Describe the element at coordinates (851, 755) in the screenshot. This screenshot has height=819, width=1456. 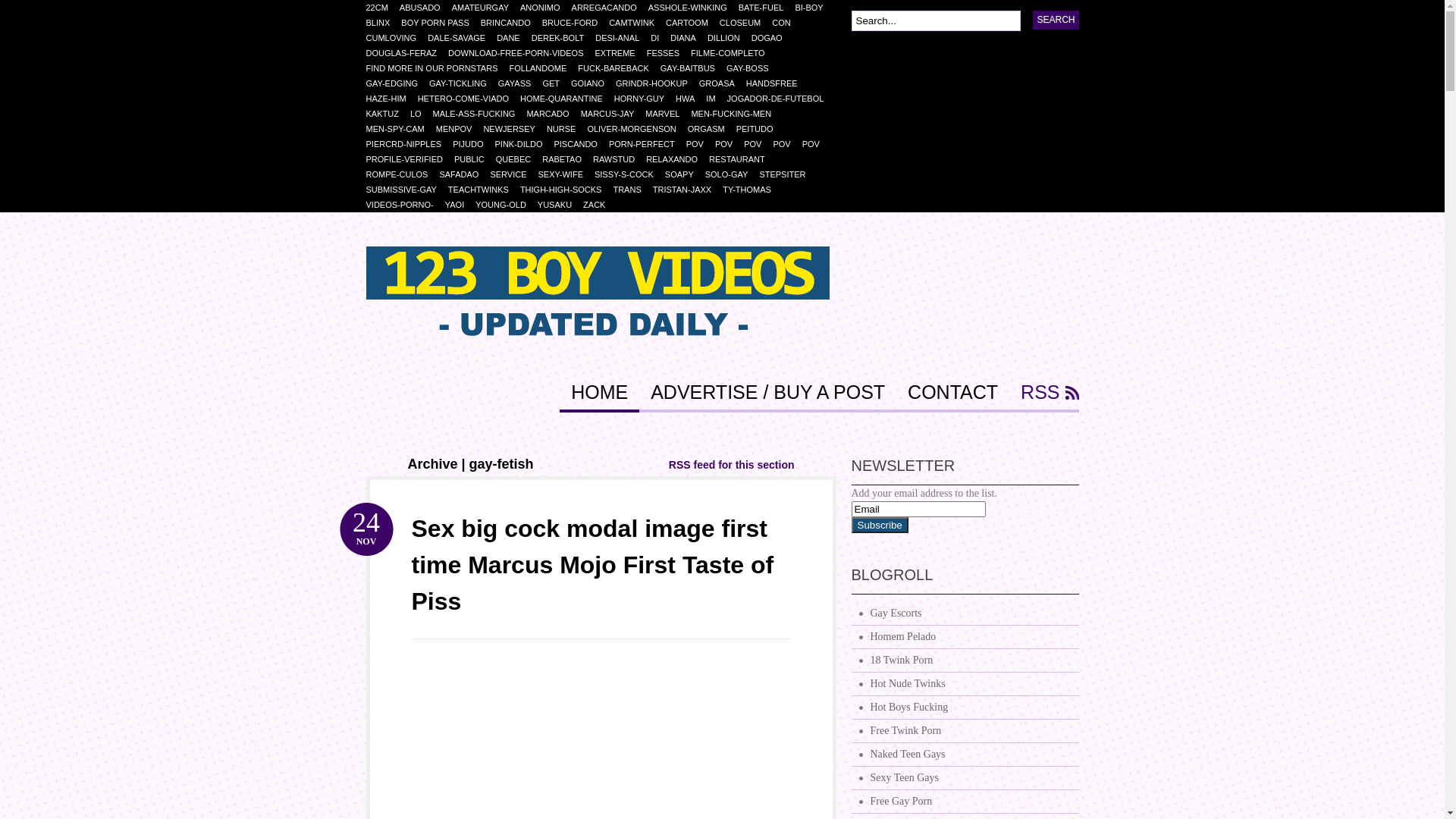
I see `'Naked Teen Gays'` at that location.